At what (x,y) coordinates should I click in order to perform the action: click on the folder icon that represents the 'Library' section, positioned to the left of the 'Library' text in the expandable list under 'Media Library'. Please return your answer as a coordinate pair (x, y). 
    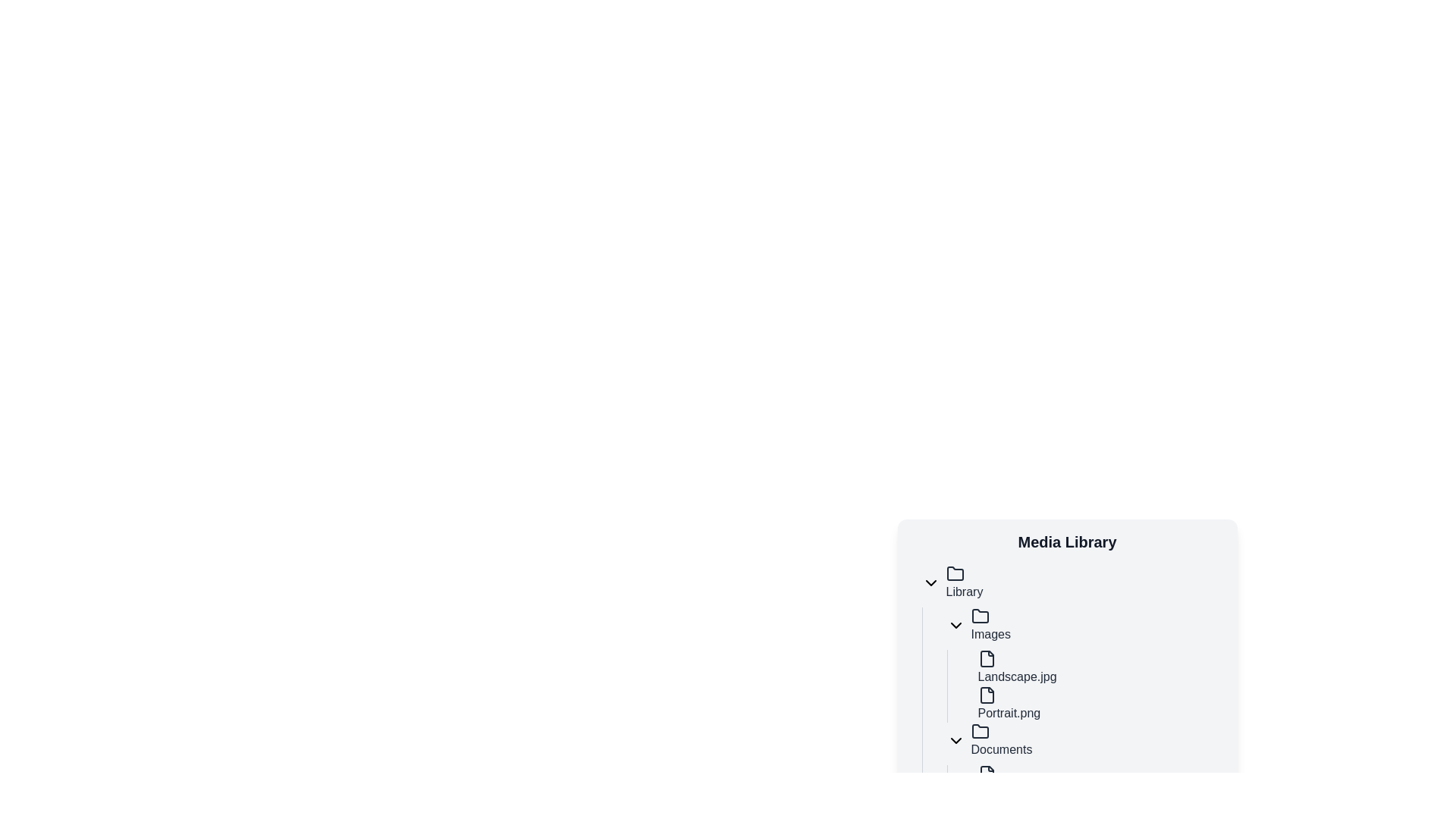
    Looking at the image, I should click on (954, 573).